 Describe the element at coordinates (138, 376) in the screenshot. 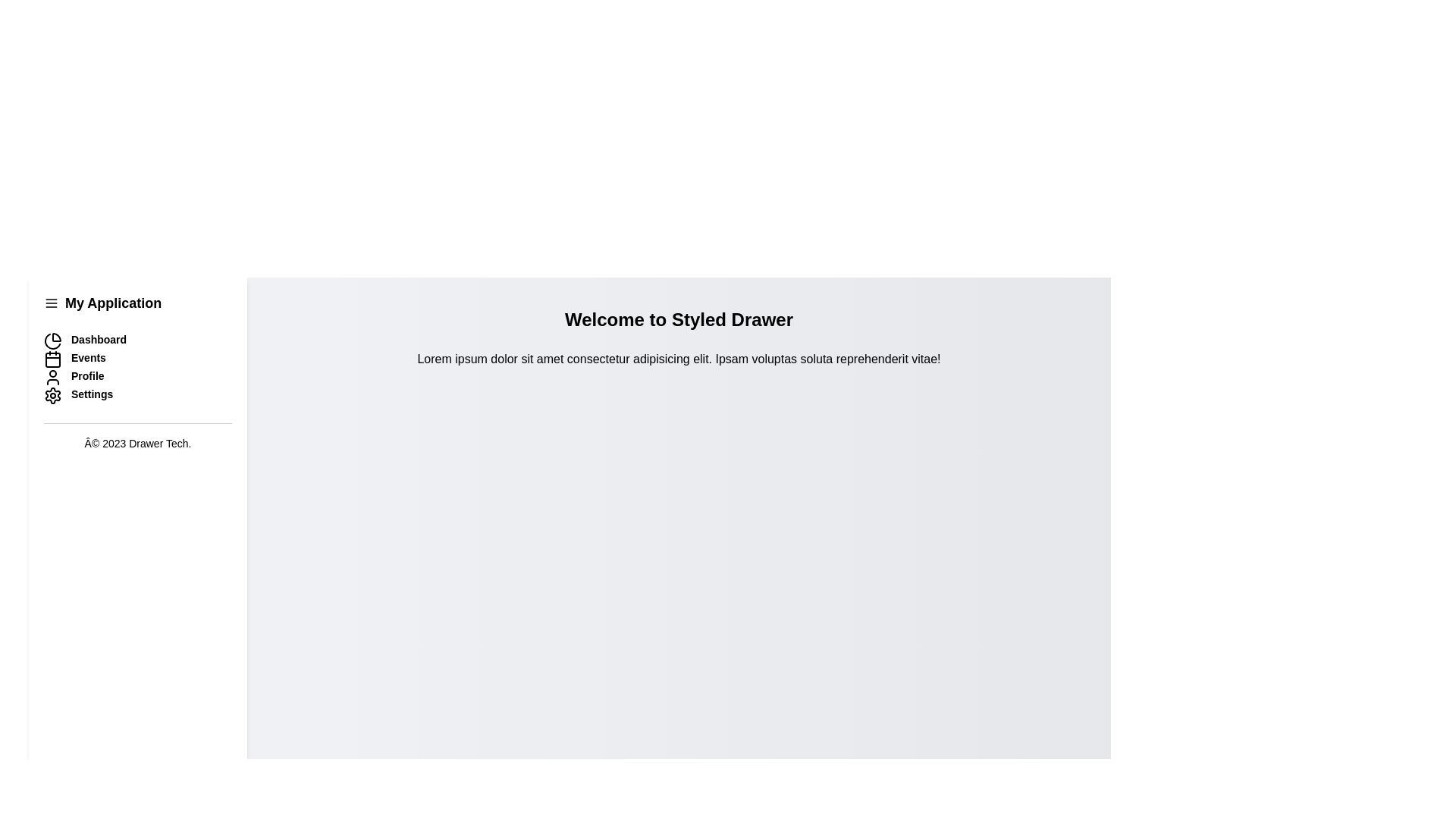

I see `the Profile navigation menu item` at that location.